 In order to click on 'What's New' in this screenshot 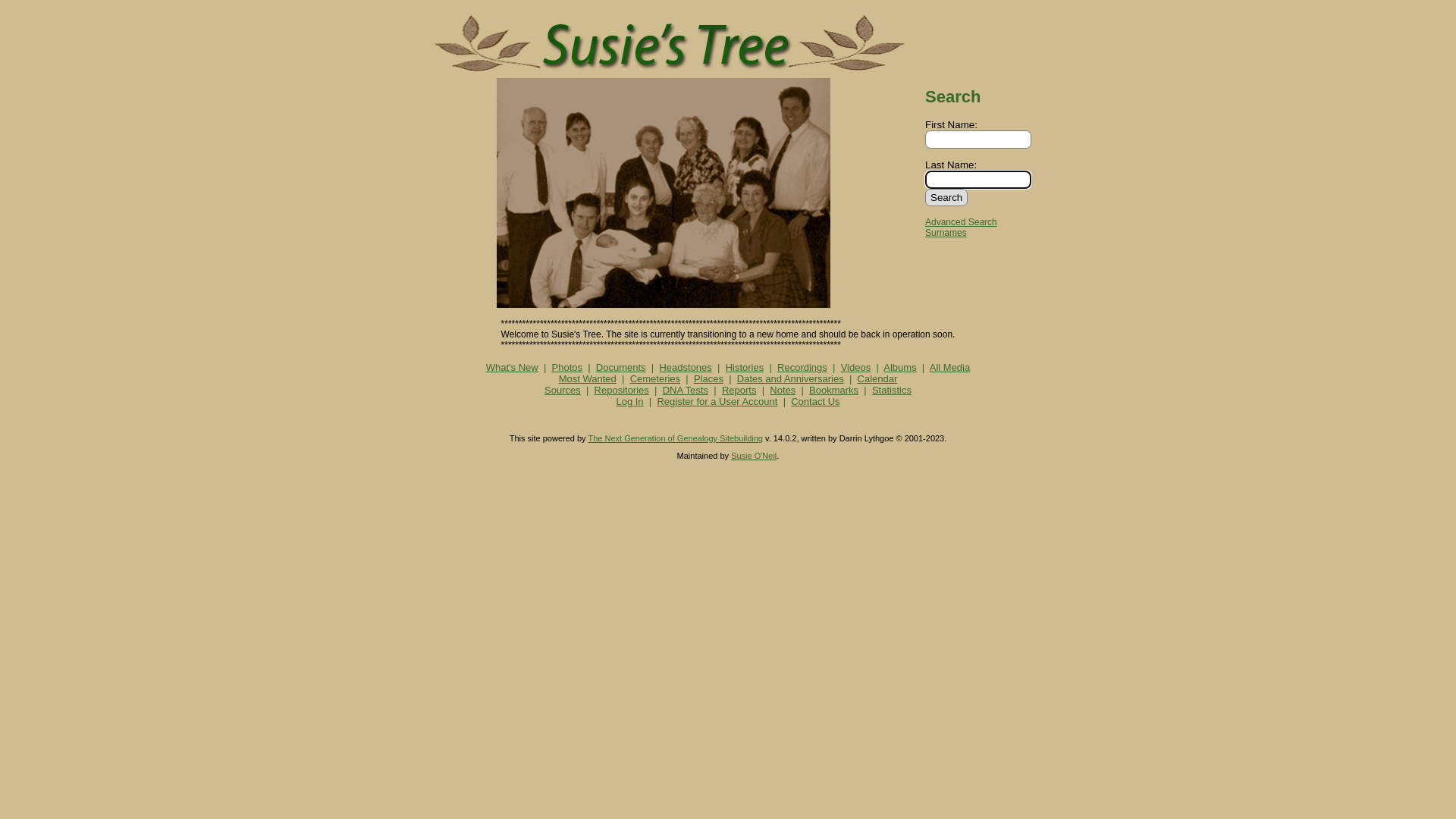, I will do `click(512, 367)`.